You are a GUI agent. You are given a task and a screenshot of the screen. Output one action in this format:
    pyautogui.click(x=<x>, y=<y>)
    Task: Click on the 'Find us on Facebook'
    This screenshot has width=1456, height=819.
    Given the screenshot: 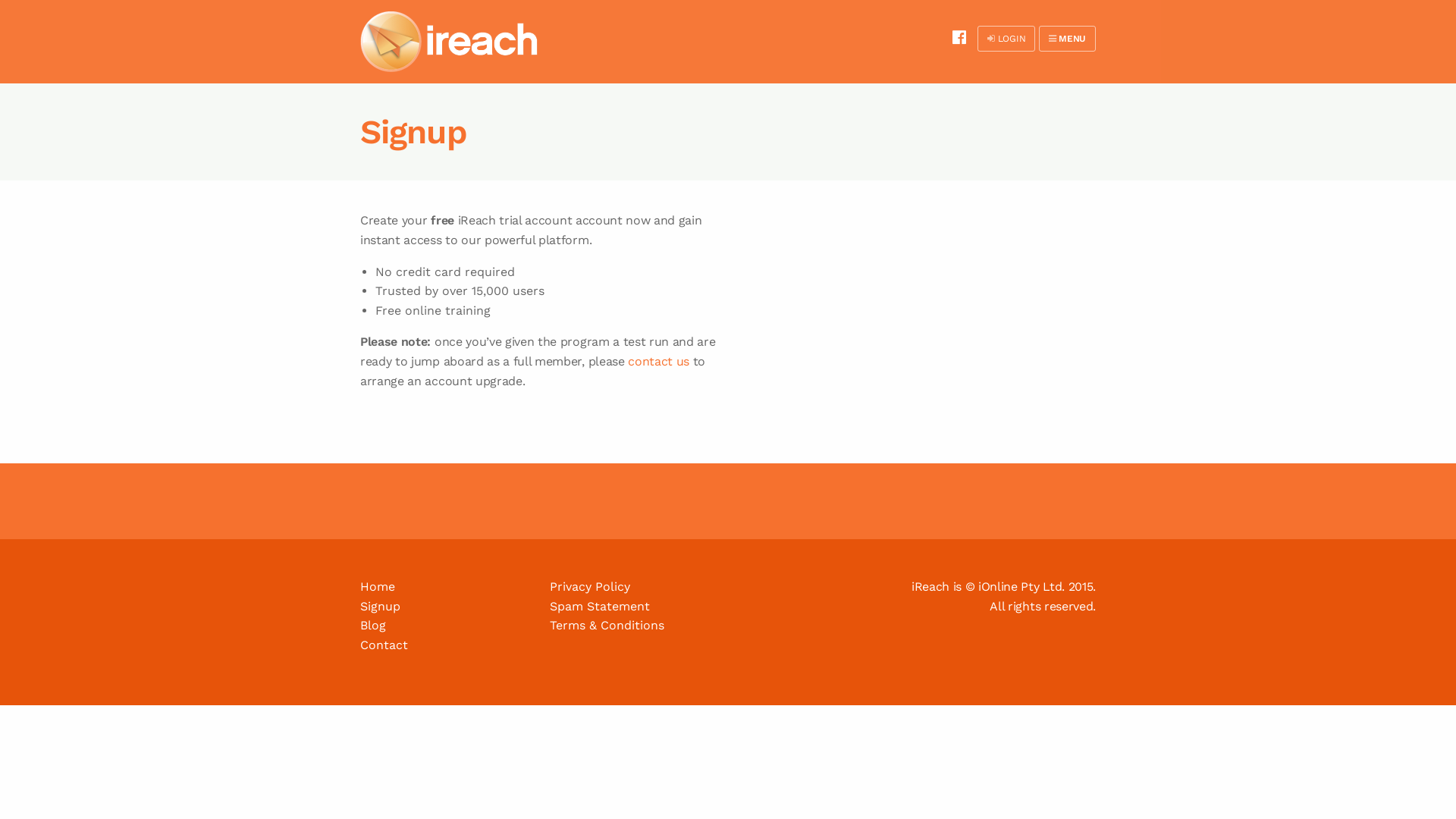 What is the action you would take?
    pyautogui.click(x=959, y=36)
    